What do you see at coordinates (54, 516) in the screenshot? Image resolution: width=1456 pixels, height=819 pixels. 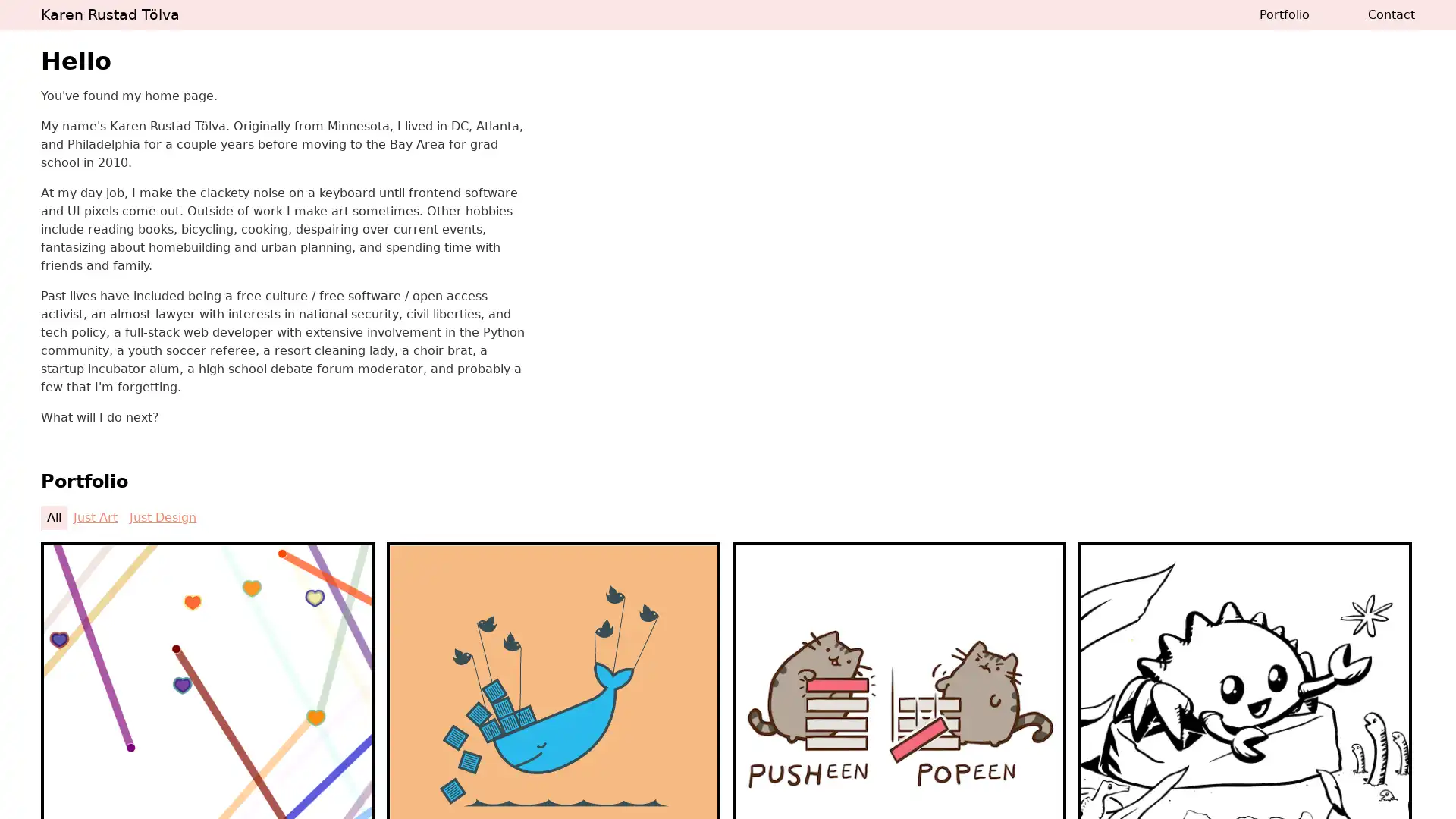 I see `All` at bounding box center [54, 516].